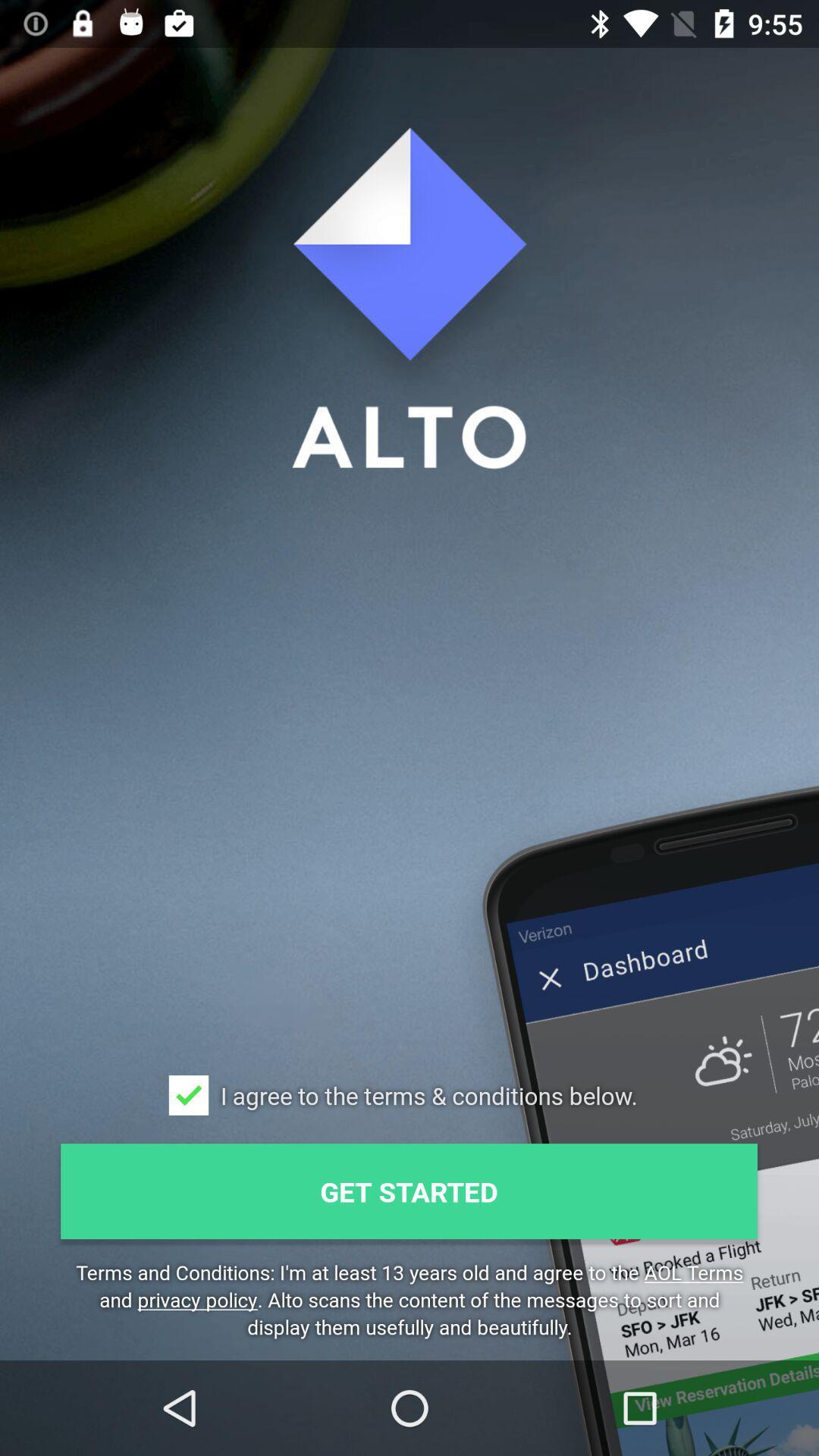 This screenshot has height=1456, width=819. What do you see at coordinates (408, 1191) in the screenshot?
I see `the item above terms and conditions icon` at bounding box center [408, 1191].